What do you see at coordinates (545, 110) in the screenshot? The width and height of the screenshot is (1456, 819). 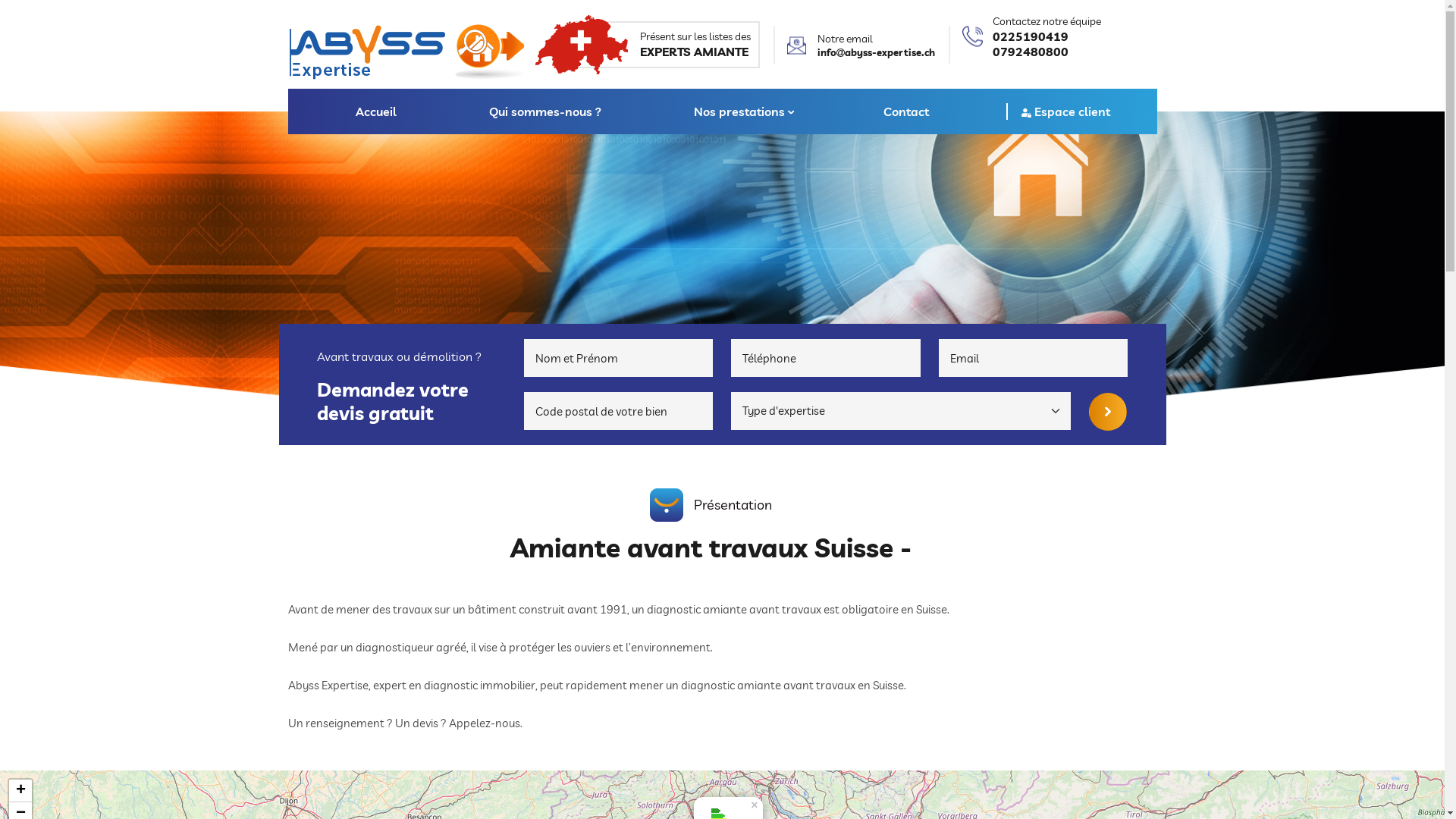 I see `'Qui sommes-nous ?'` at bounding box center [545, 110].